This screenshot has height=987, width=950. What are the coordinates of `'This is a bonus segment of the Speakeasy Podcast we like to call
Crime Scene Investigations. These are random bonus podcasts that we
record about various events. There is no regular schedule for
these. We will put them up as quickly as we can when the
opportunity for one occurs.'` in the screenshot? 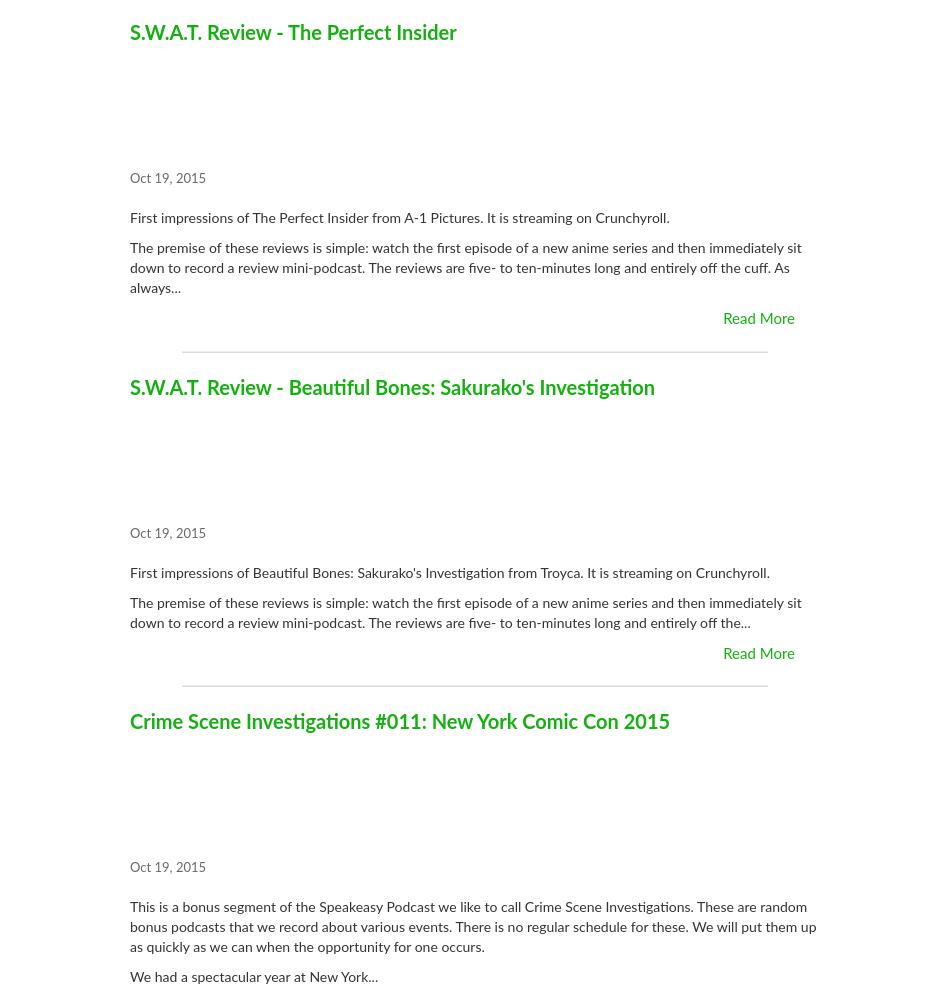 It's located at (472, 927).